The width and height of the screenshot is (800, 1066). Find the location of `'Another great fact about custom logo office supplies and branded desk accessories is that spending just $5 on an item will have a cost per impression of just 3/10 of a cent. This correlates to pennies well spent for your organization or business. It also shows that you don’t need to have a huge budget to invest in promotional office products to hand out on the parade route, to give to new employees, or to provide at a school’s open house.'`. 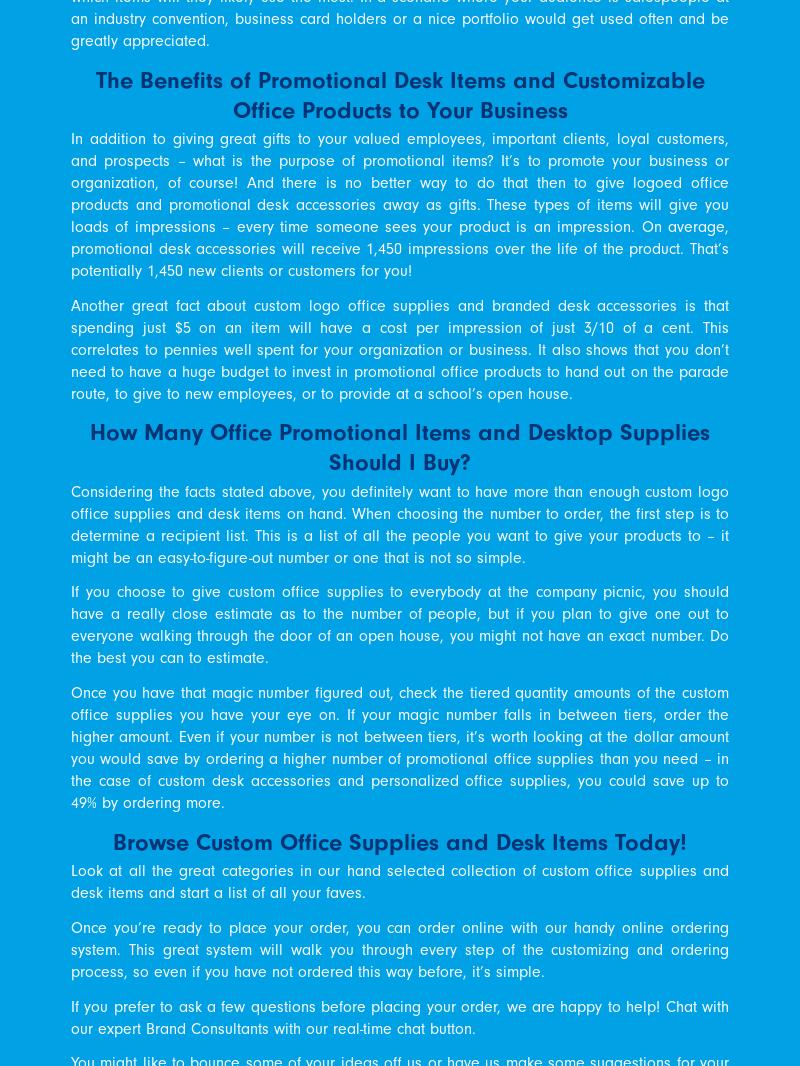

'Another great fact about custom logo office supplies and branded desk accessories is that spending just $5 on an item will have a cost per impression of just 3/10 of a cent. This correlates to pennies well spent for your organization or business. It also shows that you don’t need to have a huge budget to invest in promotional office products to hand out on the parade route, to give to new employees, or to provide at a school’s open house.' is located at coordinates (400, 349).